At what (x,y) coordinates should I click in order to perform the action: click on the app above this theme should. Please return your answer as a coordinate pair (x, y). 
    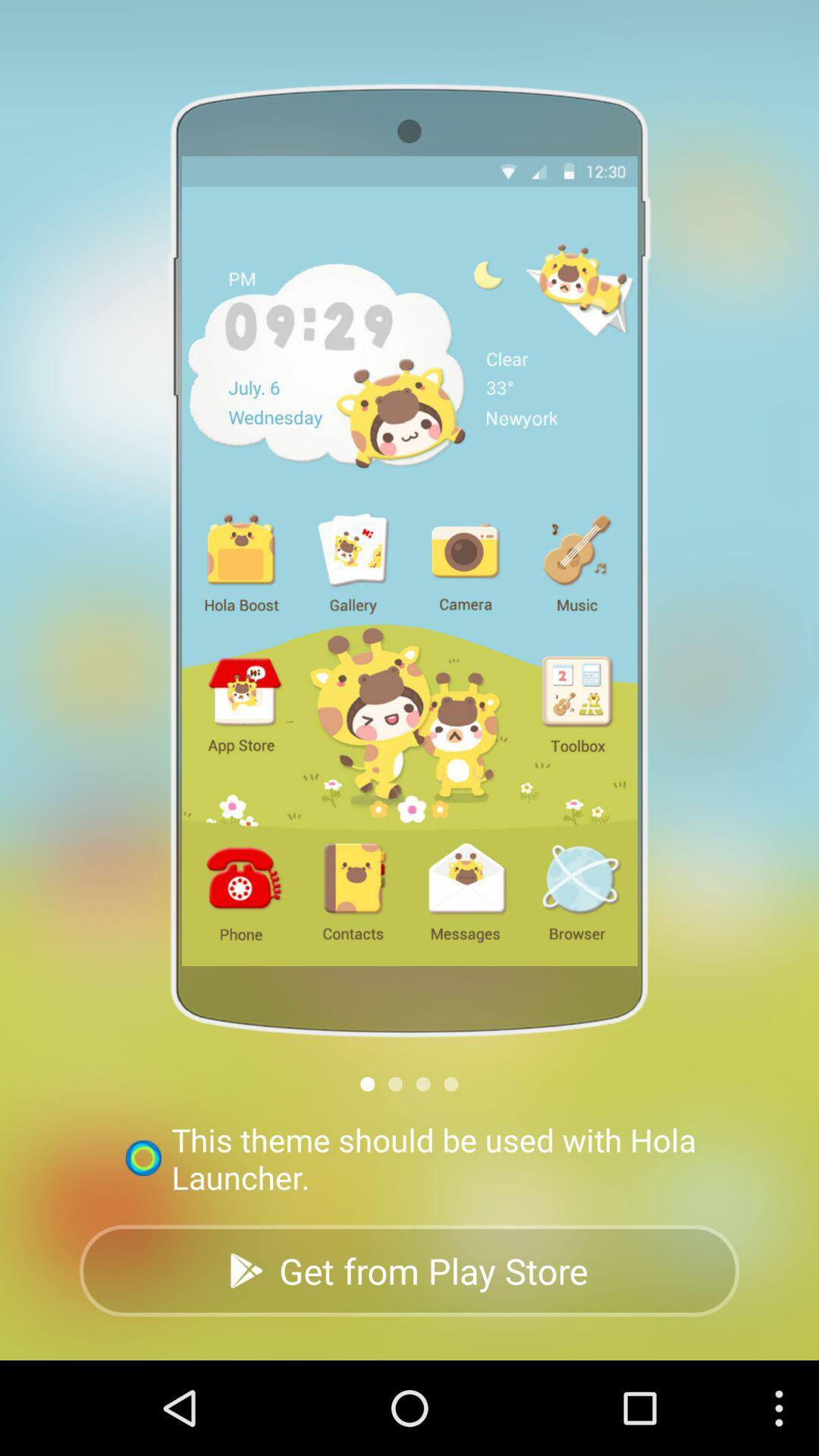
    Looking at the image, I should click on (367, 1083).